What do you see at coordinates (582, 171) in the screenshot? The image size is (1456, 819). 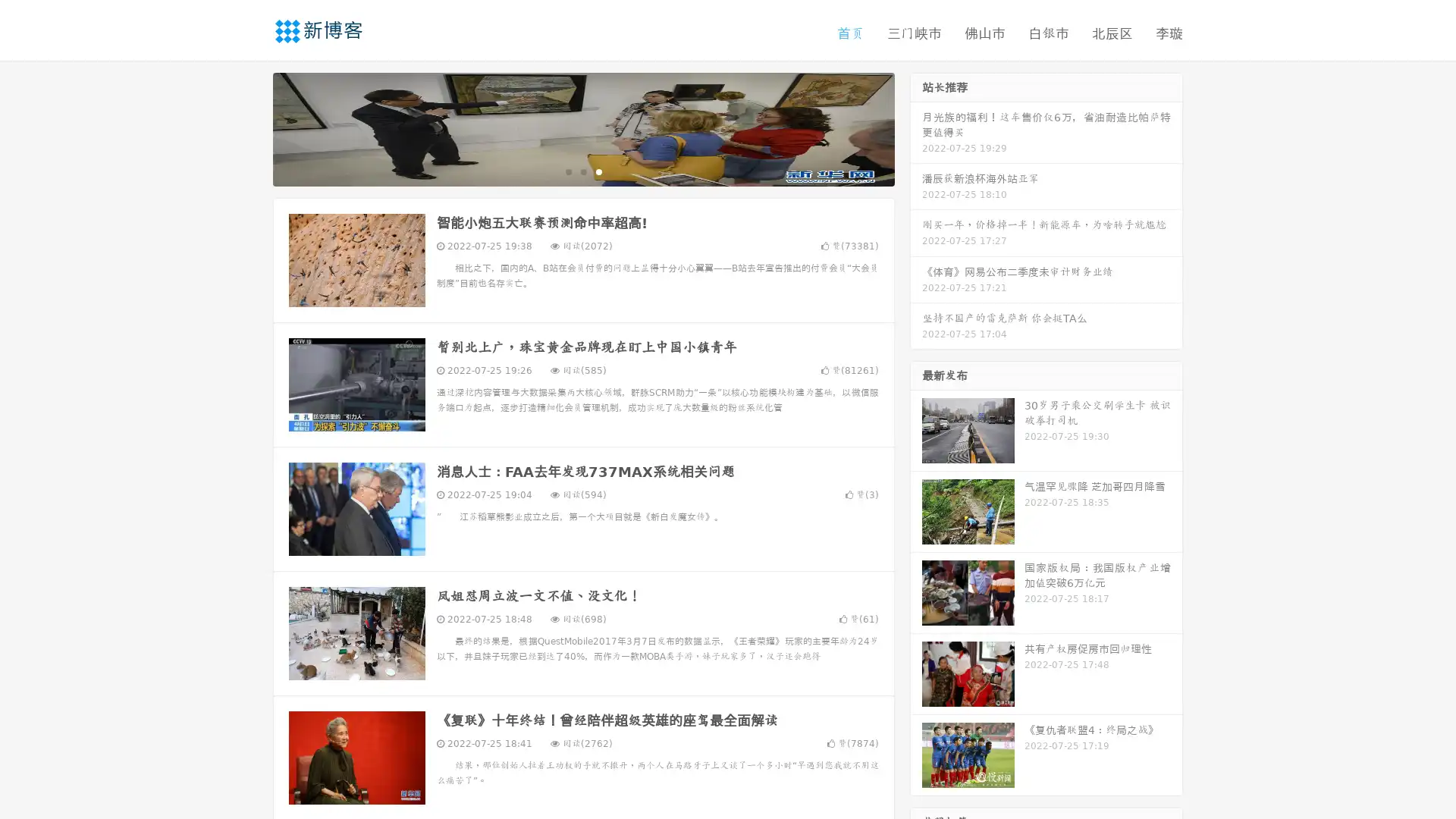 I see `Go to slide 2` at bounding box center [582, 171].